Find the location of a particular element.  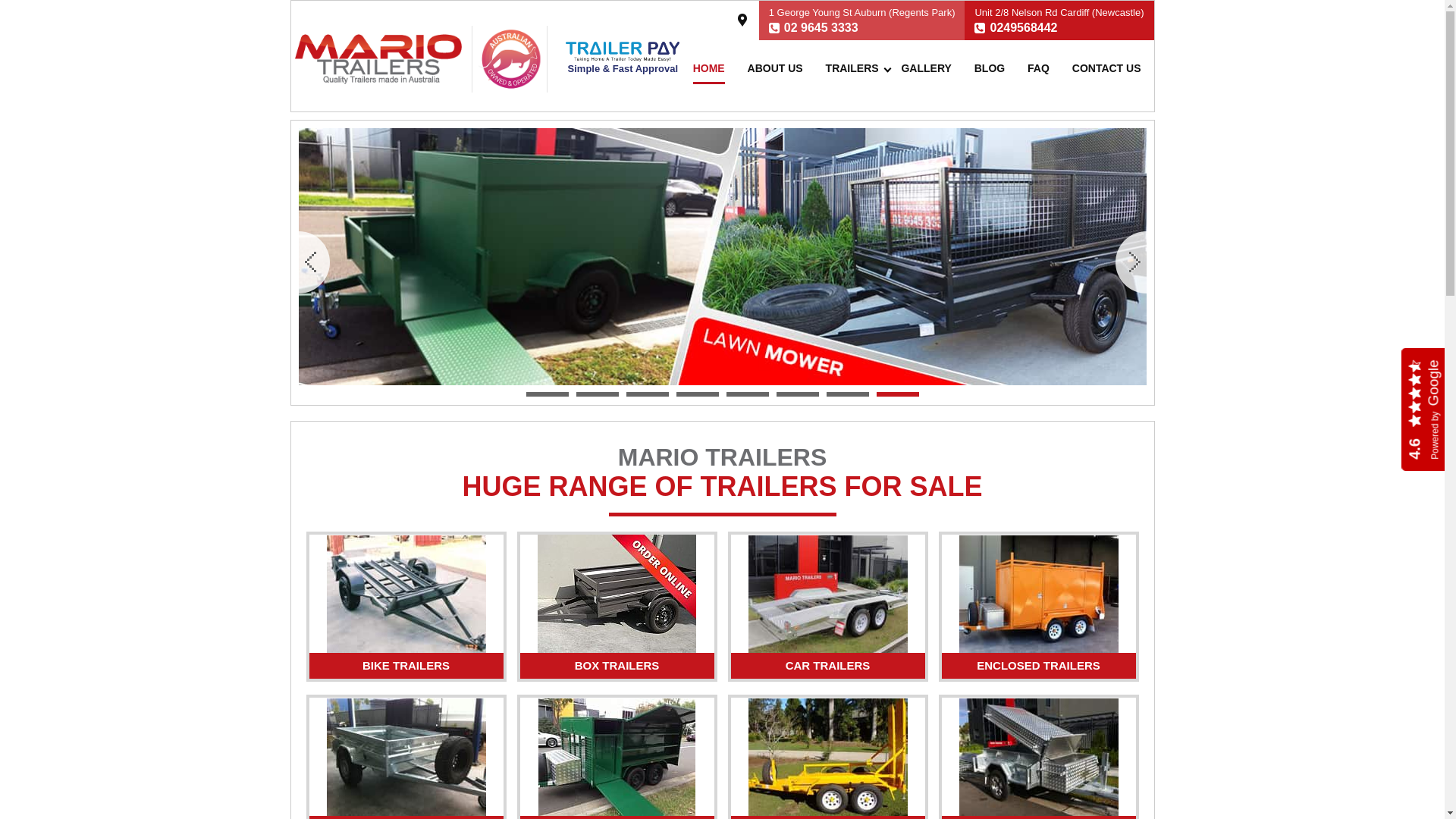

'Enclosed Trailers ' is located at coordinates (1037, 593).